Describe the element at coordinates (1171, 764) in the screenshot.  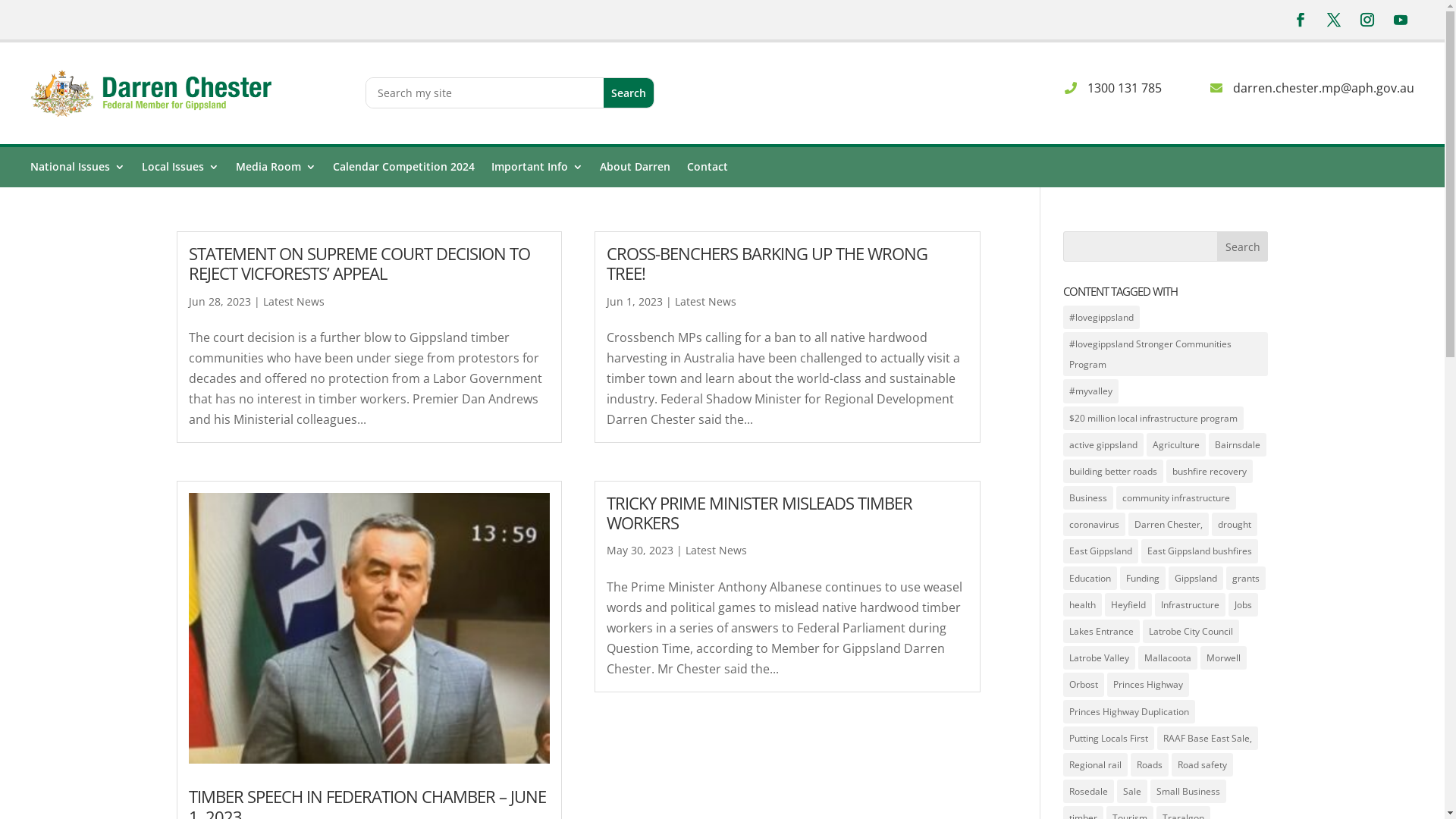
I see `'Road safety'` at that location.